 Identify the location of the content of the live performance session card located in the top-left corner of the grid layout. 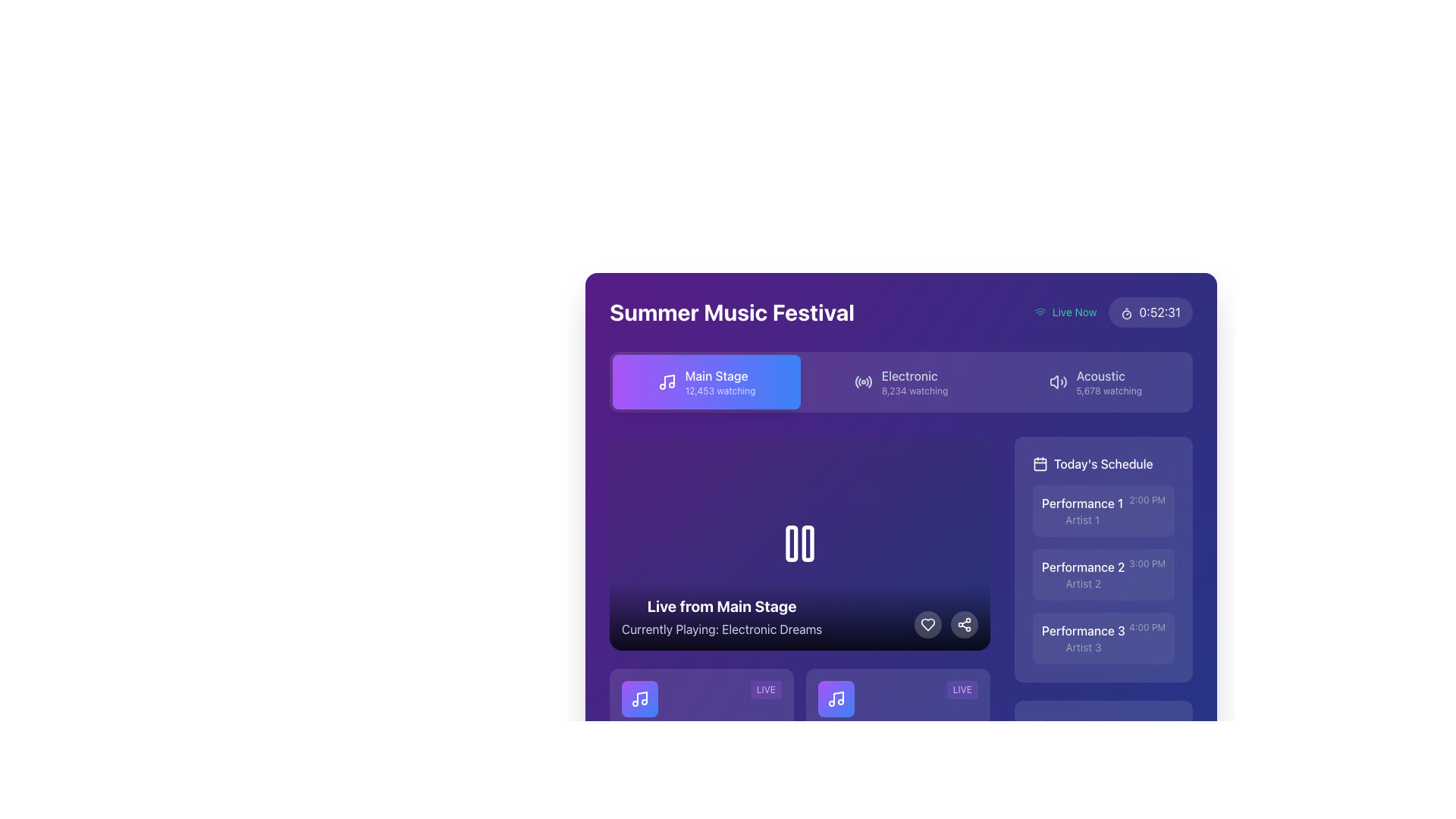
(701, 733).